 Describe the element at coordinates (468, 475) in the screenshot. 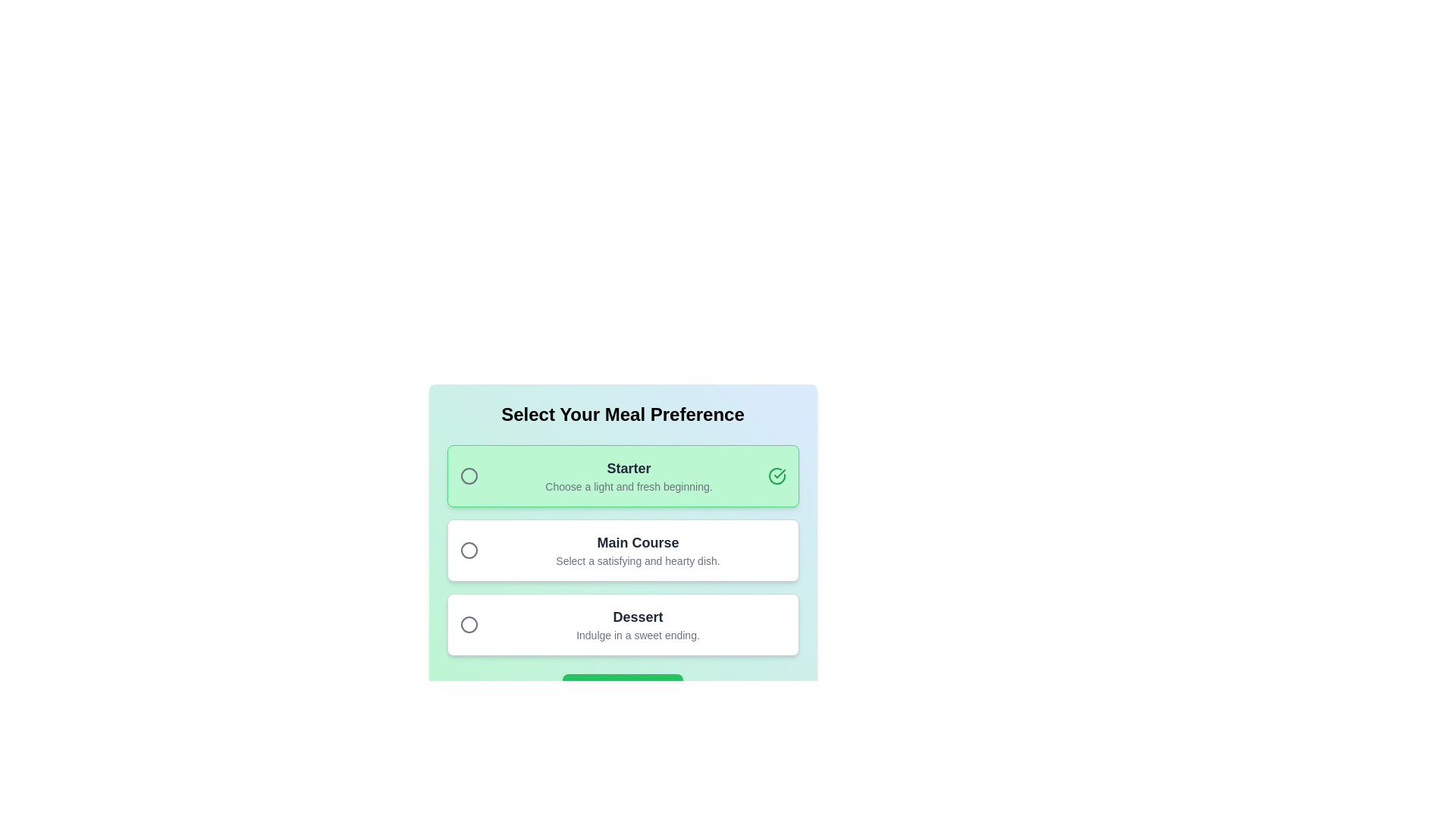

I see `the visual indicator icon located at the top-left corner within the green box labeled 'Starter', which serves as a placeholder or unselected state marker` at that location.